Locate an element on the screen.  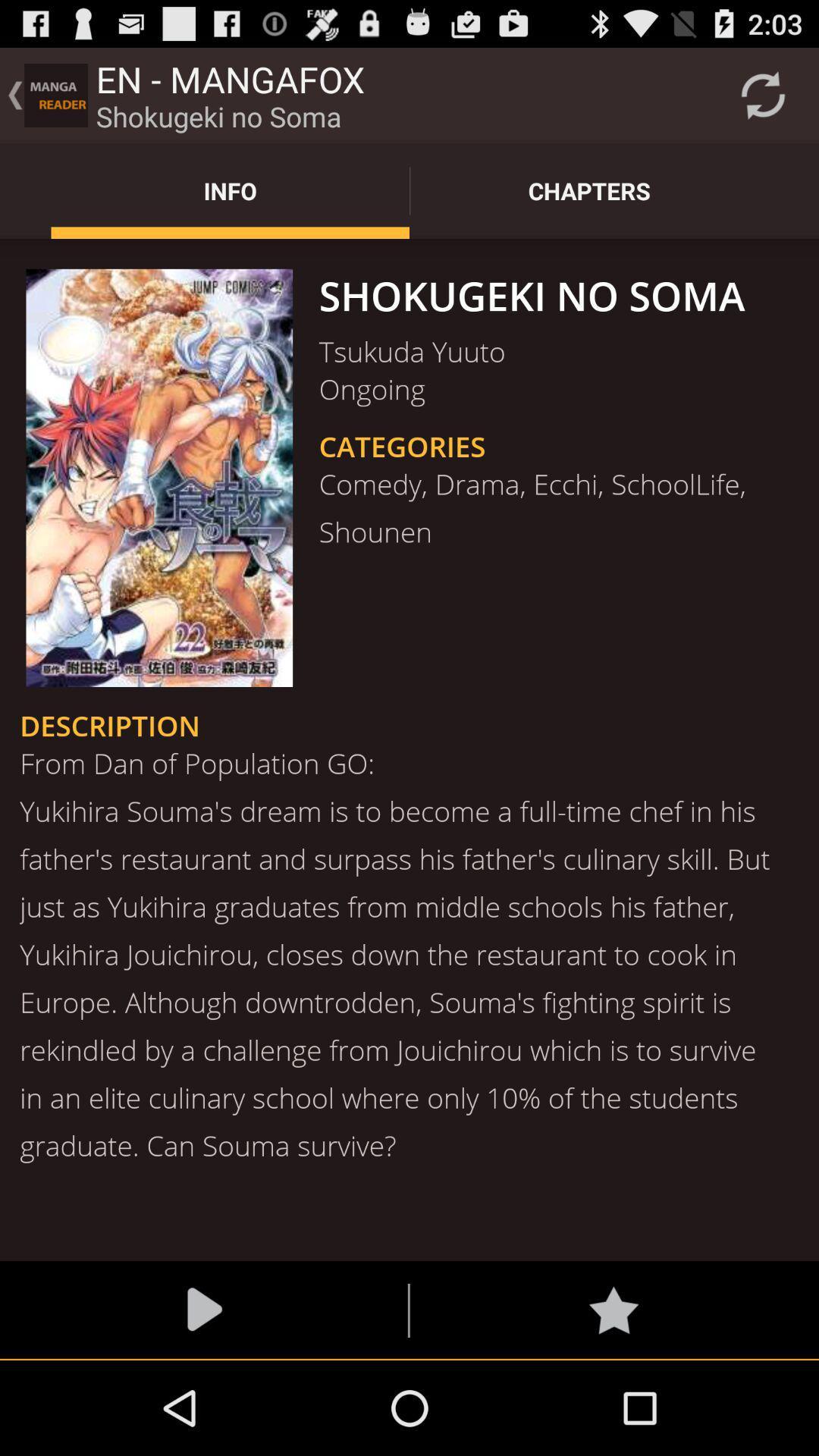
the star icon is located at coordinates (613, 1401).